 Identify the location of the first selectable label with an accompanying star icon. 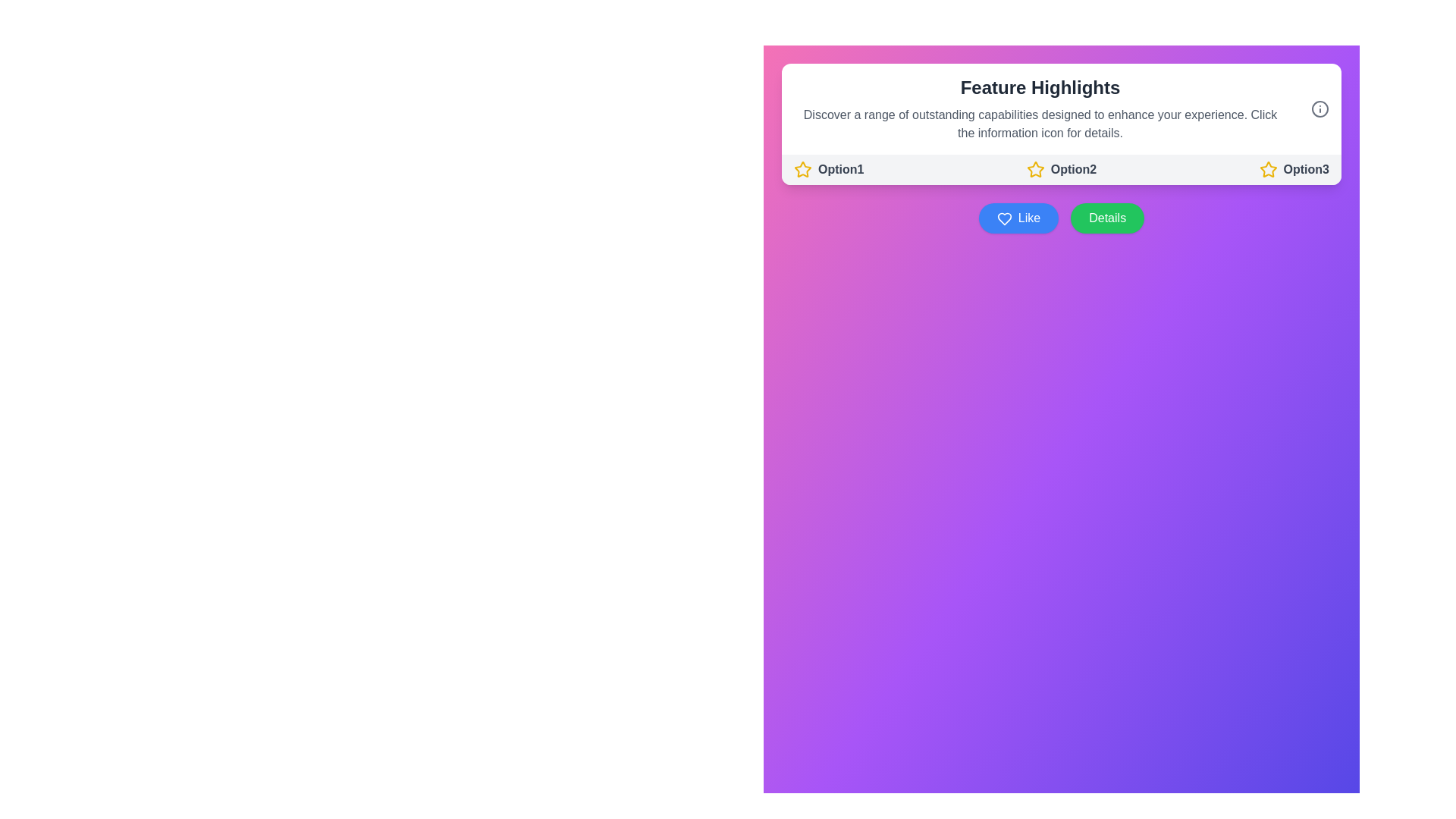
(828, 169).